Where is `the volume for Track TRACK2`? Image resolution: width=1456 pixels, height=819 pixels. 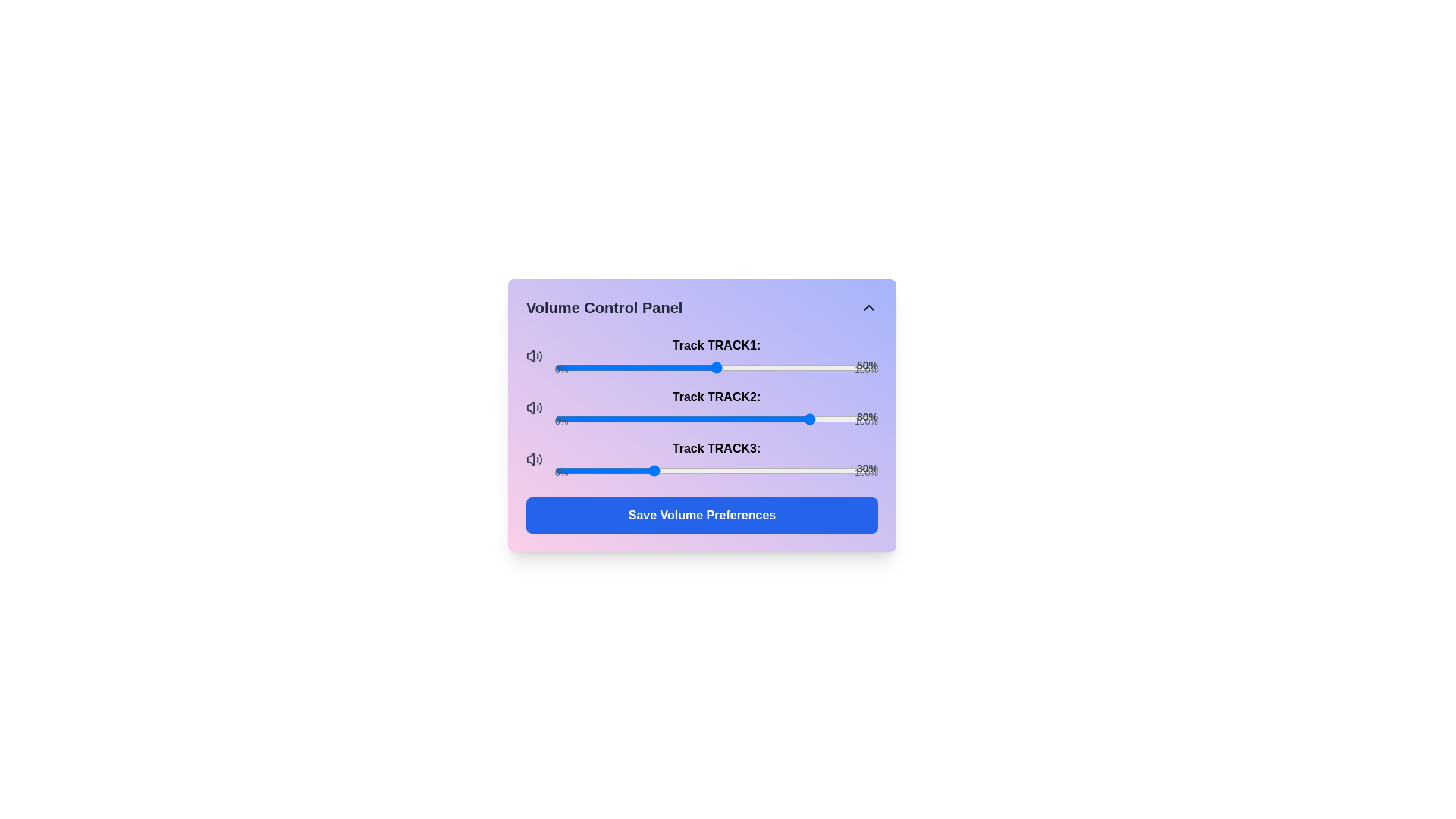 the volume for Track TRACK2 is located at coordinates (812, 419).